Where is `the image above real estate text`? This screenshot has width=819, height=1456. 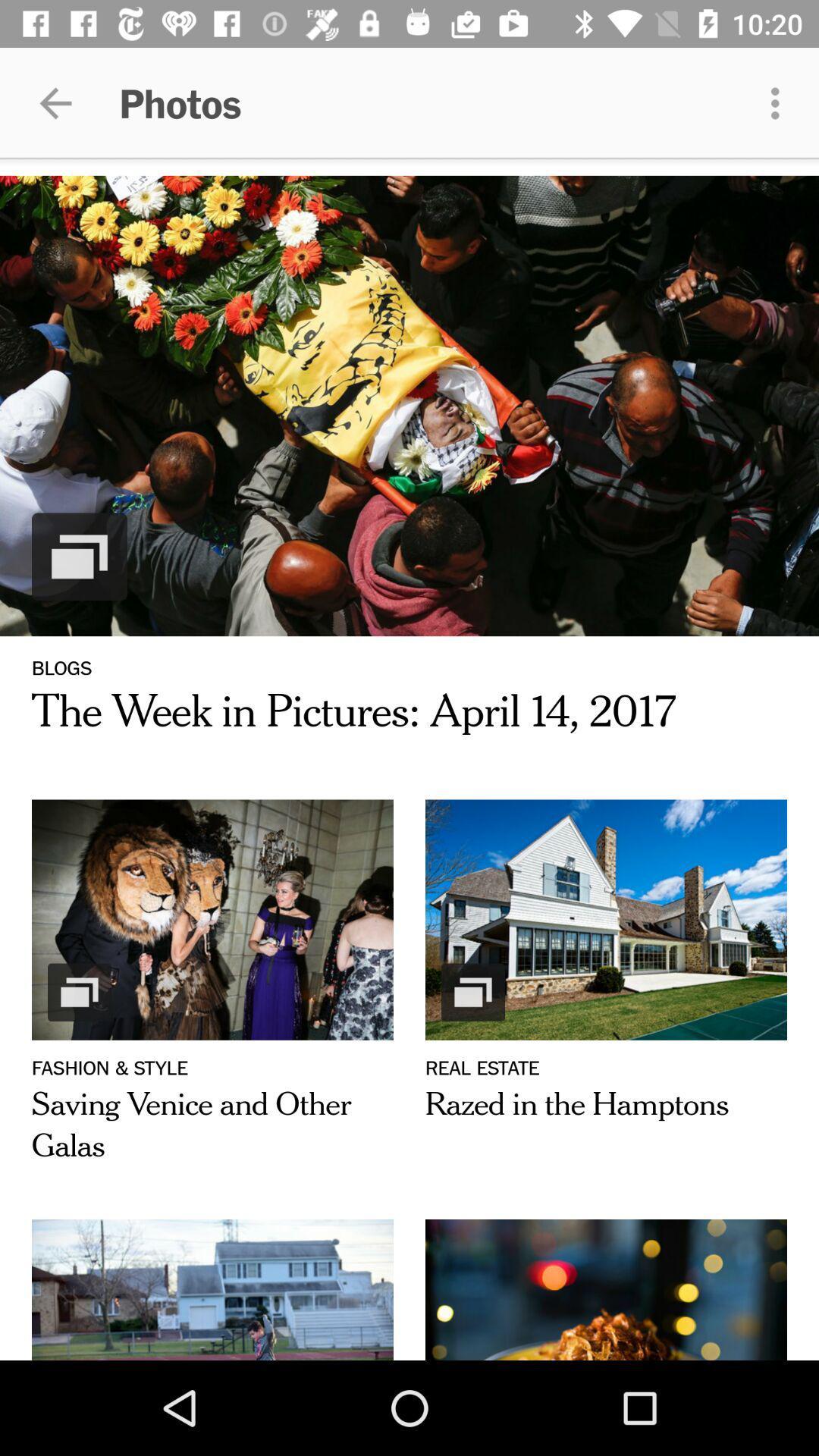 the image above real estate text is located at coordinates (605, 919).